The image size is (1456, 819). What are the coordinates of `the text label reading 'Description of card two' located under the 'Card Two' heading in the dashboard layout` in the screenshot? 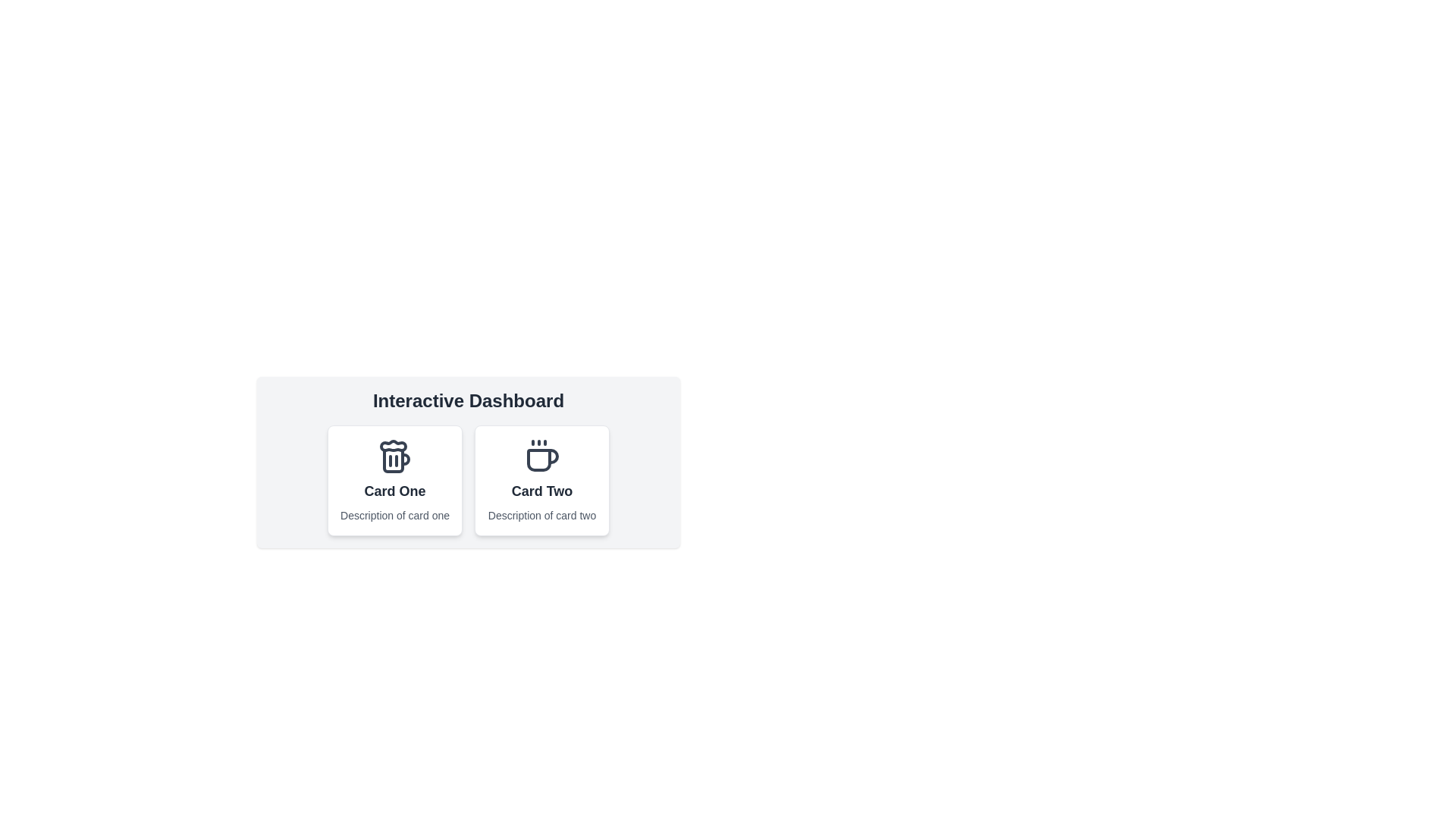 It's located at (542, 514).